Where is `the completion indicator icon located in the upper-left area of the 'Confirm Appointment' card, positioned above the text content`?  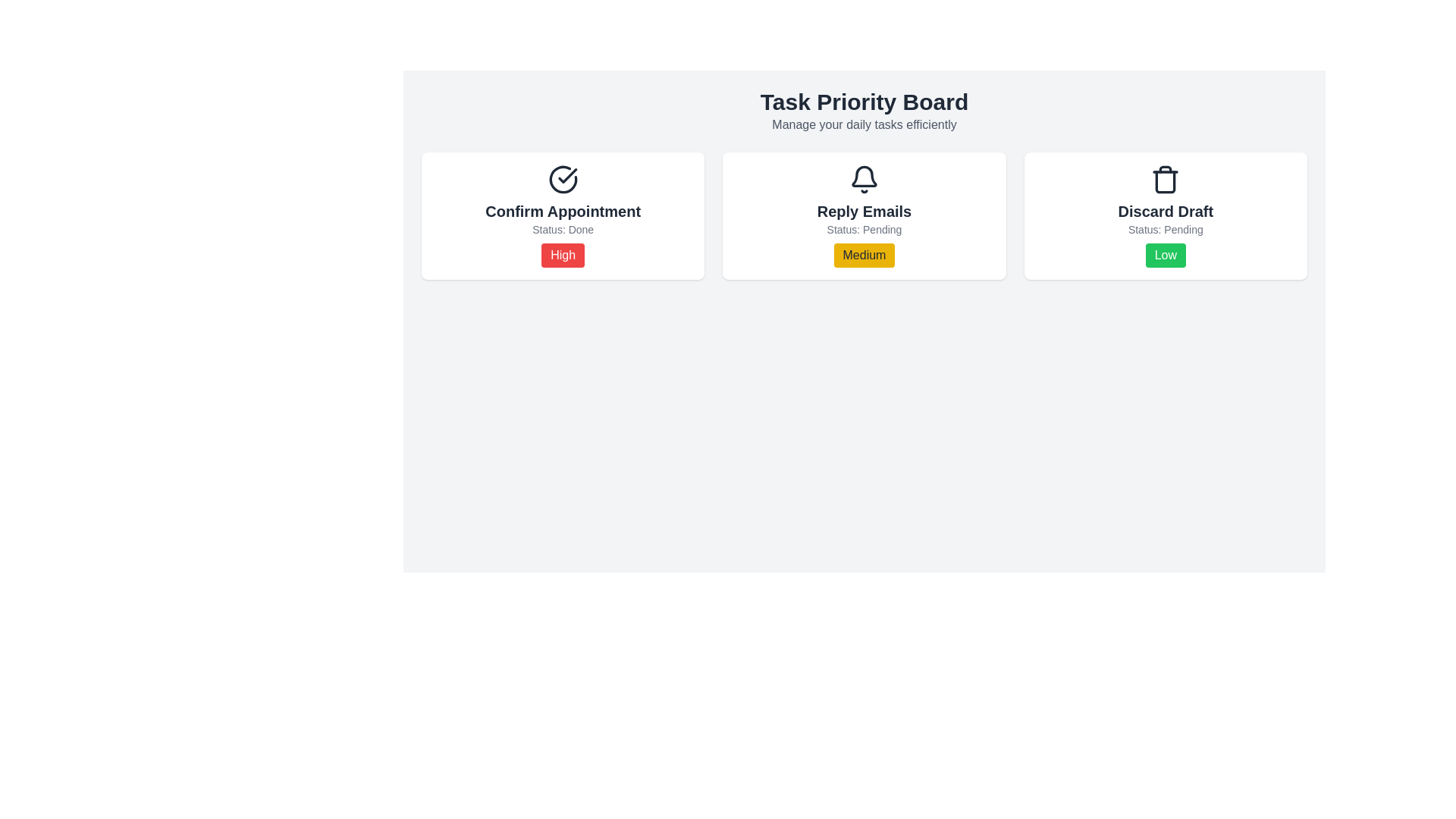
the completion indicator icon located in the upper-left area of the 'Confirm Appointment' card, positioned above the text content is located at coordinates (562, 178).